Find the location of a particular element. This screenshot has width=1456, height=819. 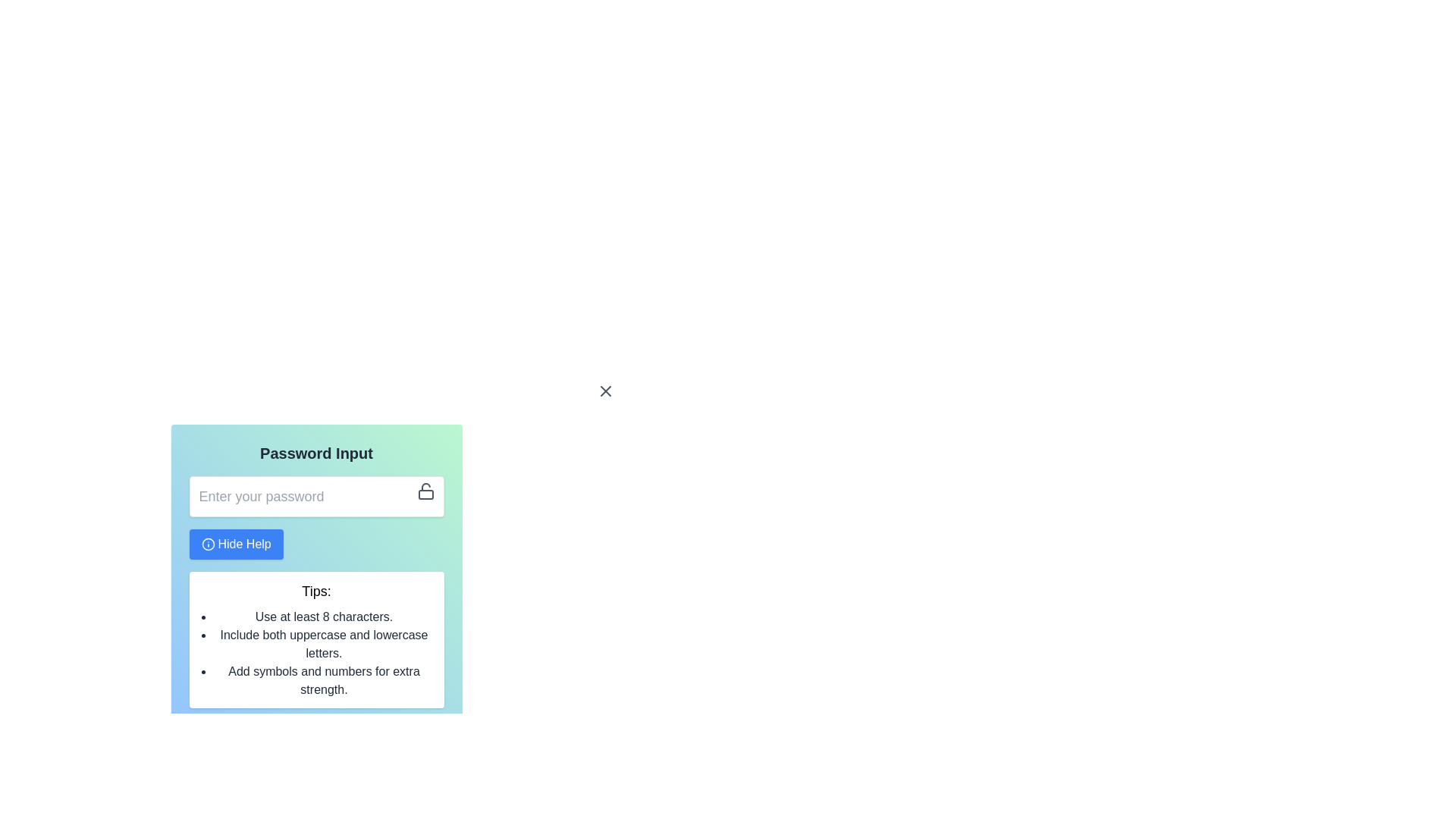

the open lock icon's curved portion representing the shackle, which is part of the password input functionality is located at coordinates (425, 487).